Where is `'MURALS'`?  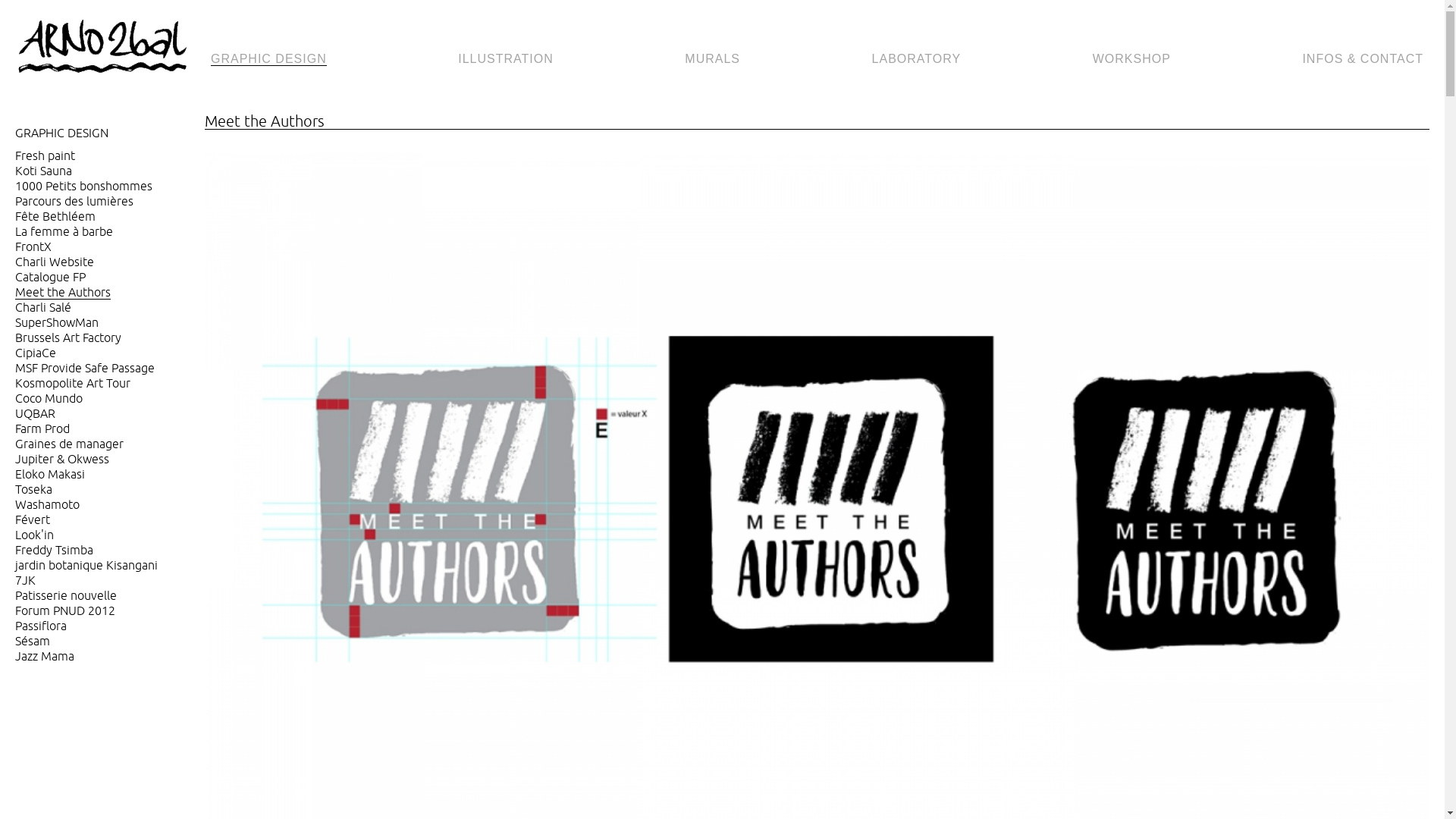
'MURALS' is located at coordinates (711, 58).